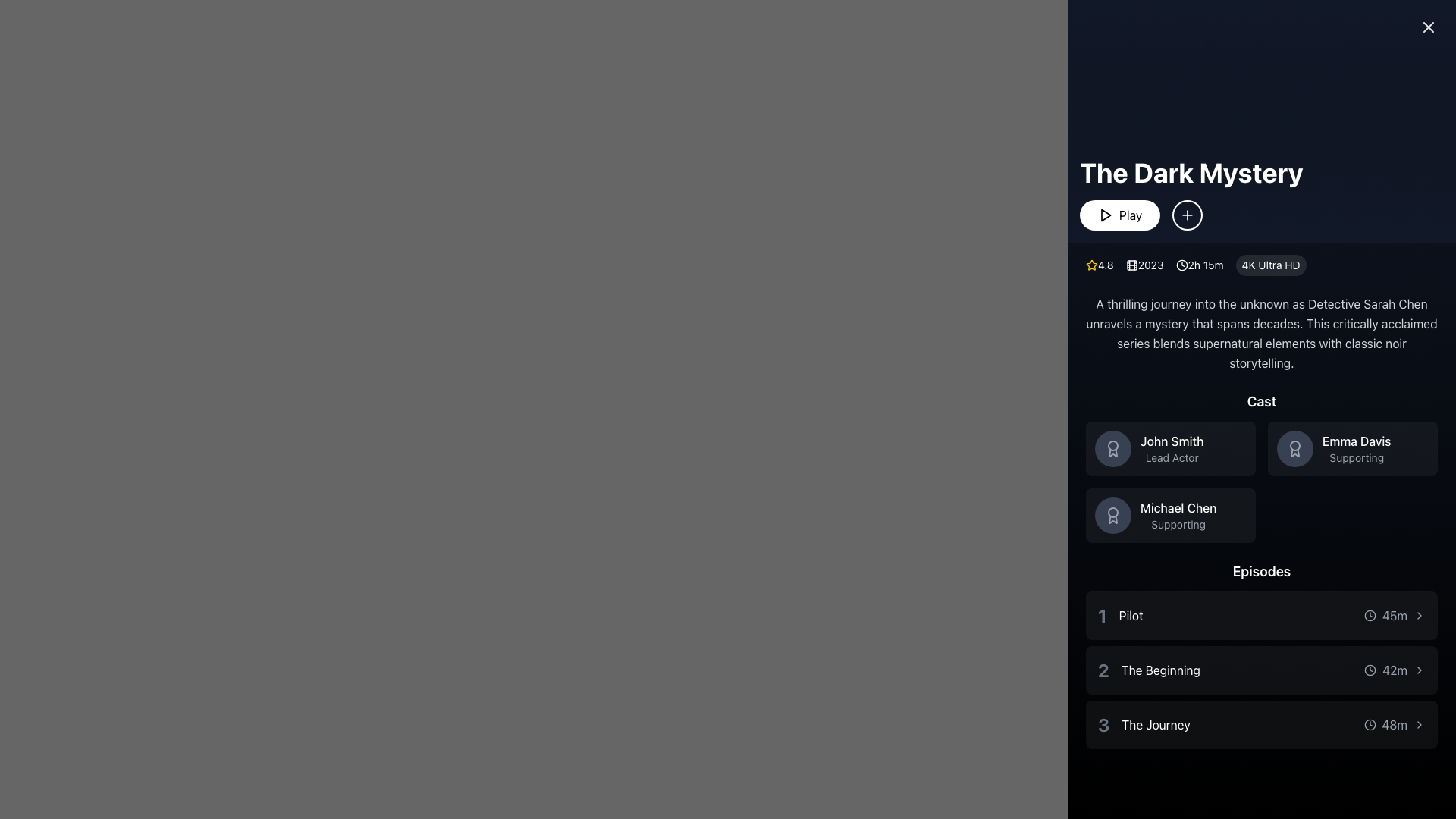  What do you see at coordinates (1271, 265) in the screenshot?
I see `the Text Badge that indicates the availability of media content in 4K Ultra HD resolution, which is the last element in the horizontal group of descriptors under the title and buttons` at bounding box center [1271, 265].